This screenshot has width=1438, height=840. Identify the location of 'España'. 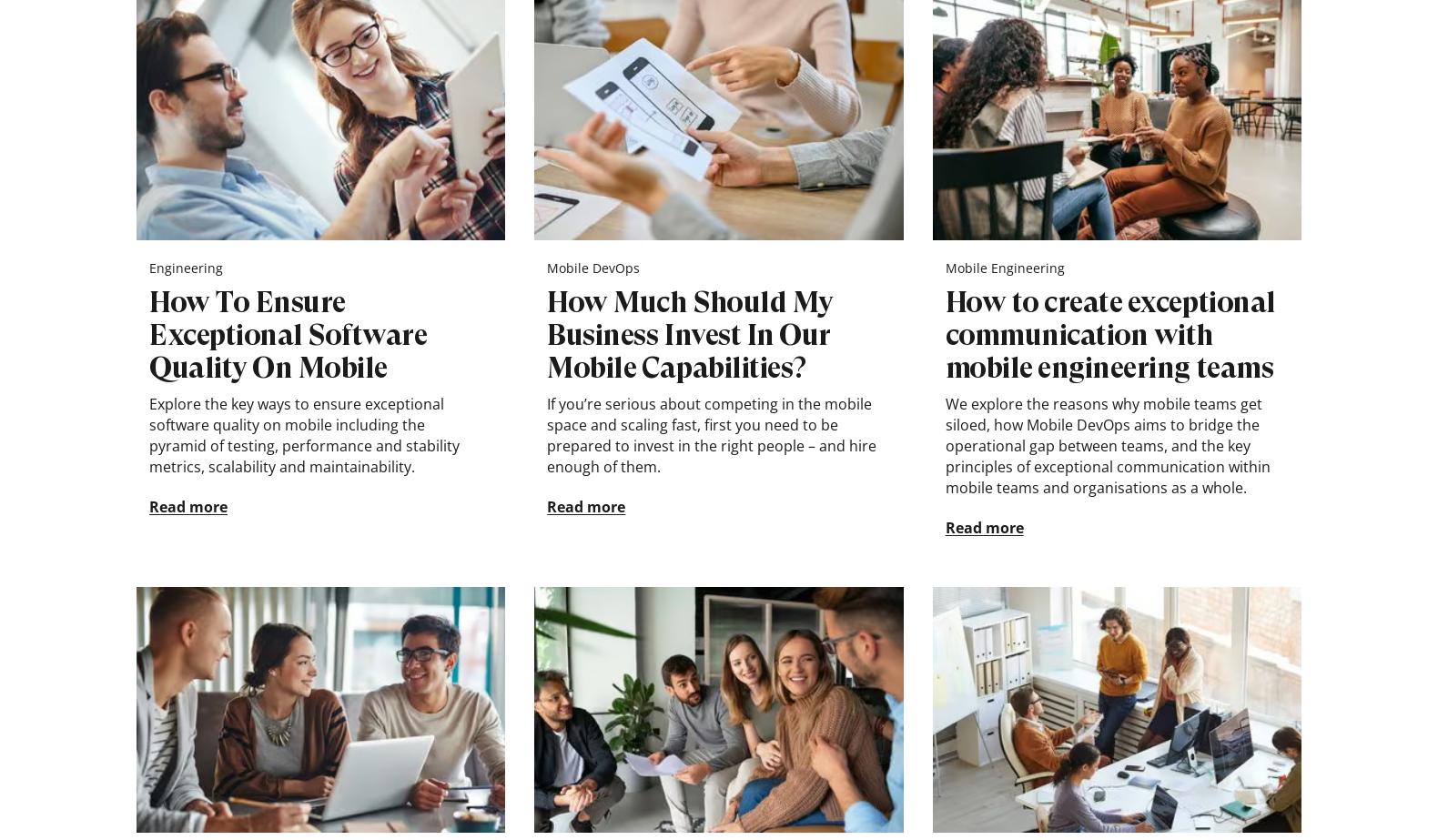
(337, 780).